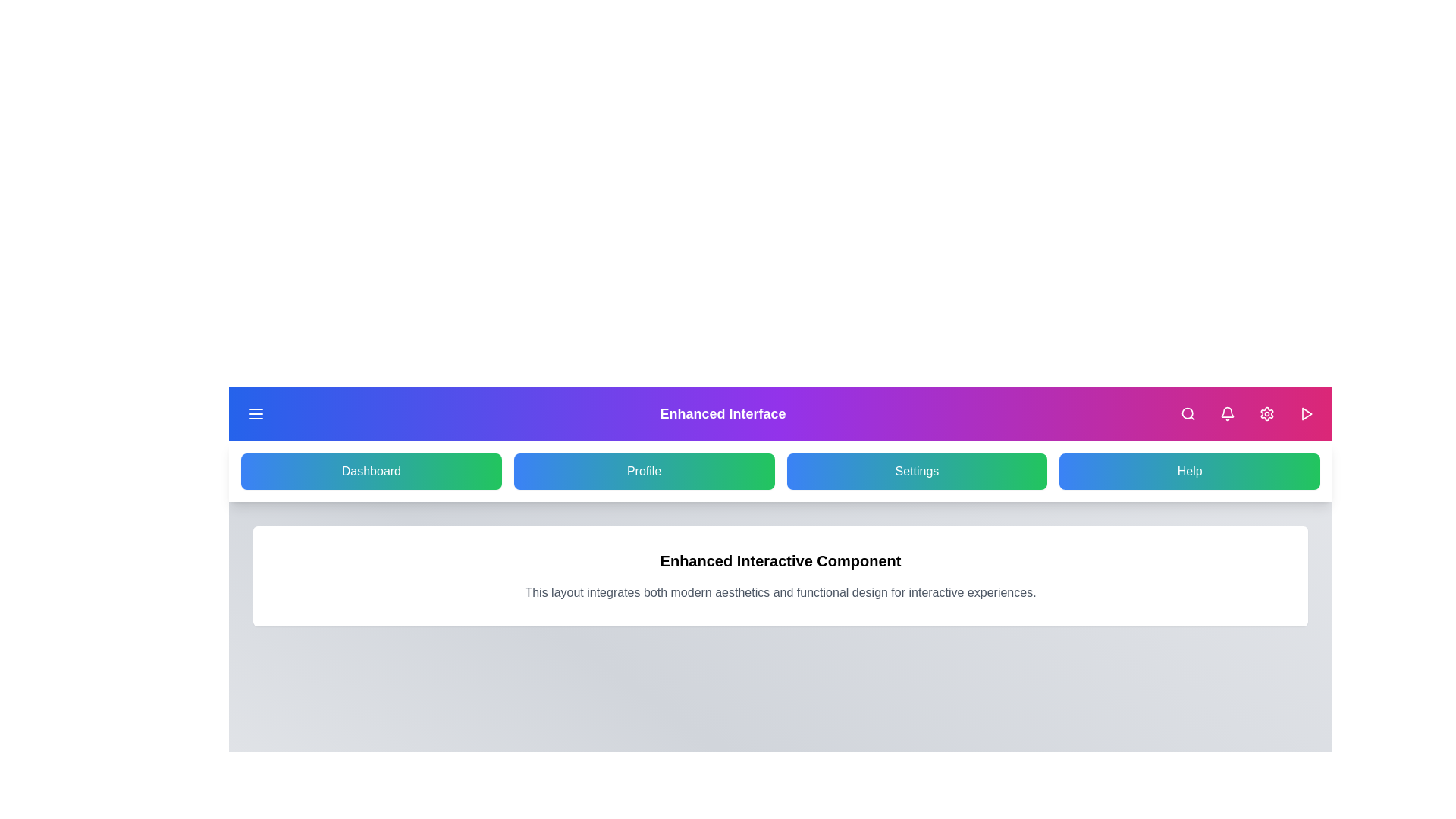  Describe the element at coordinates (644, 470) in the screenshot. I see `the 'Profile' navigation button` at that location.